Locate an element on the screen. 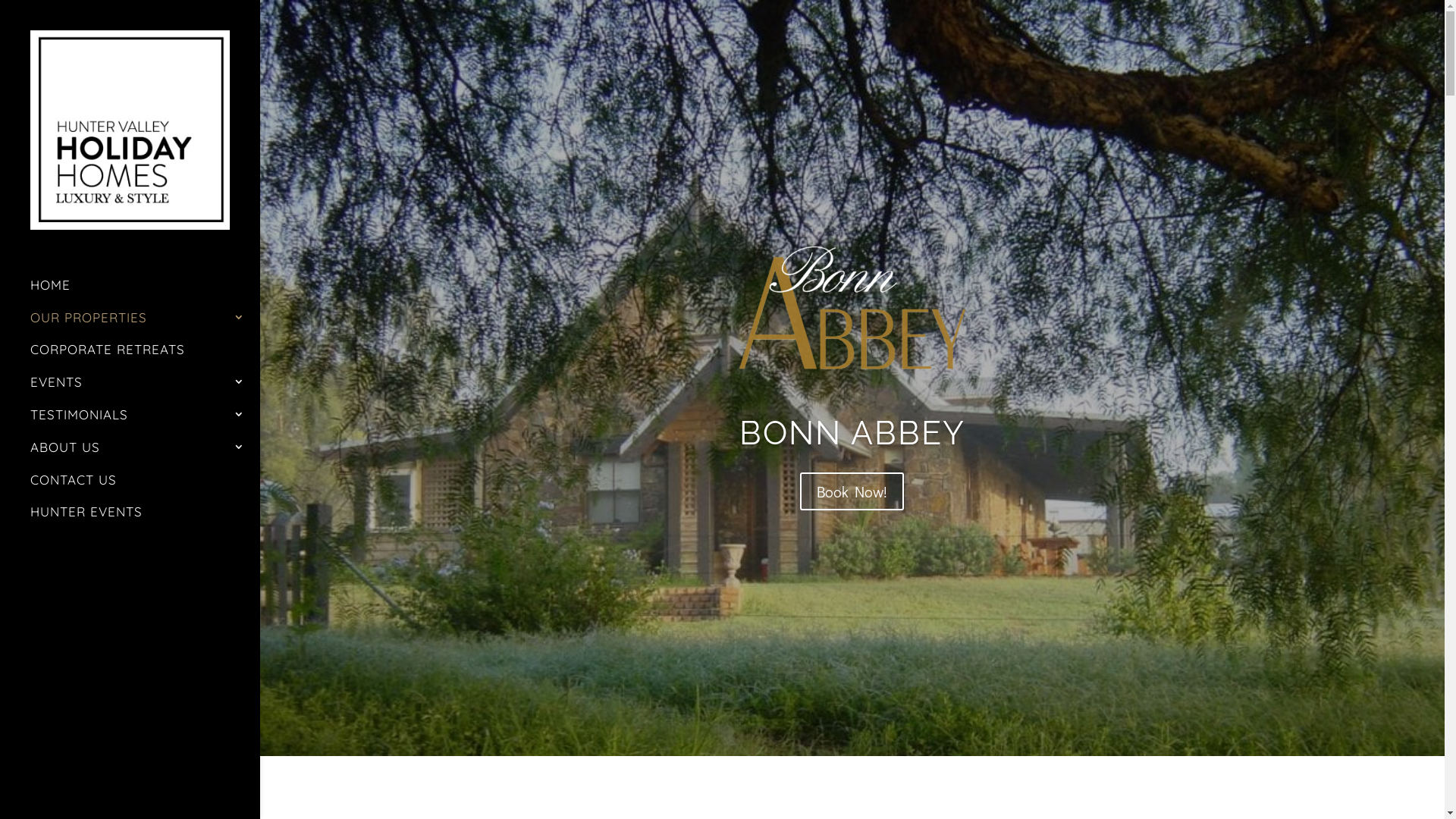 Image resolution: width=1456 pixels, height=819 pixels. 'HOME' is located at coordinates (145, 292).